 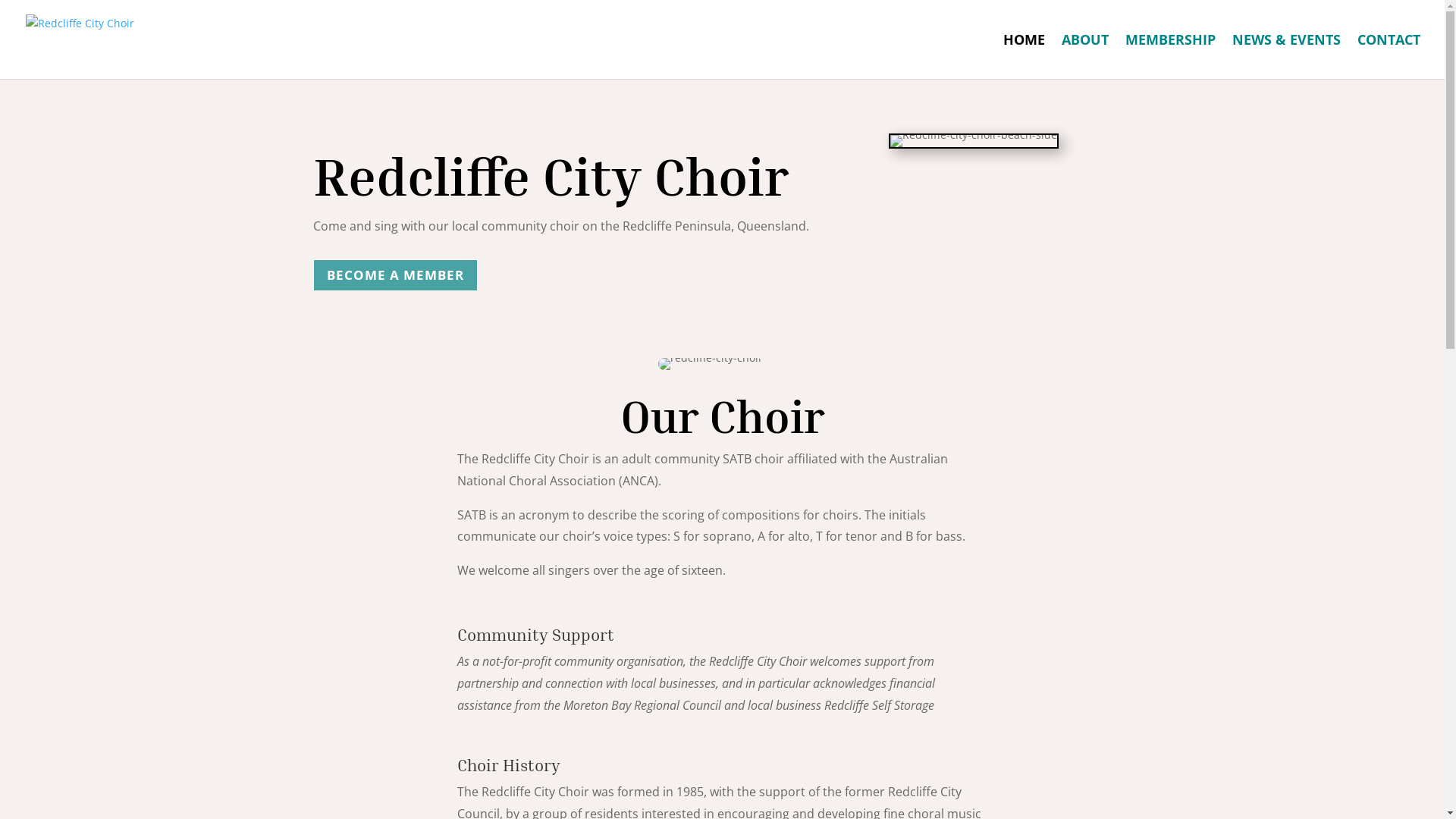 What do you see at coordinates (1084, 55) in the screenshot?
I see `'ABOUT'` at bounding box center [1084, 55].